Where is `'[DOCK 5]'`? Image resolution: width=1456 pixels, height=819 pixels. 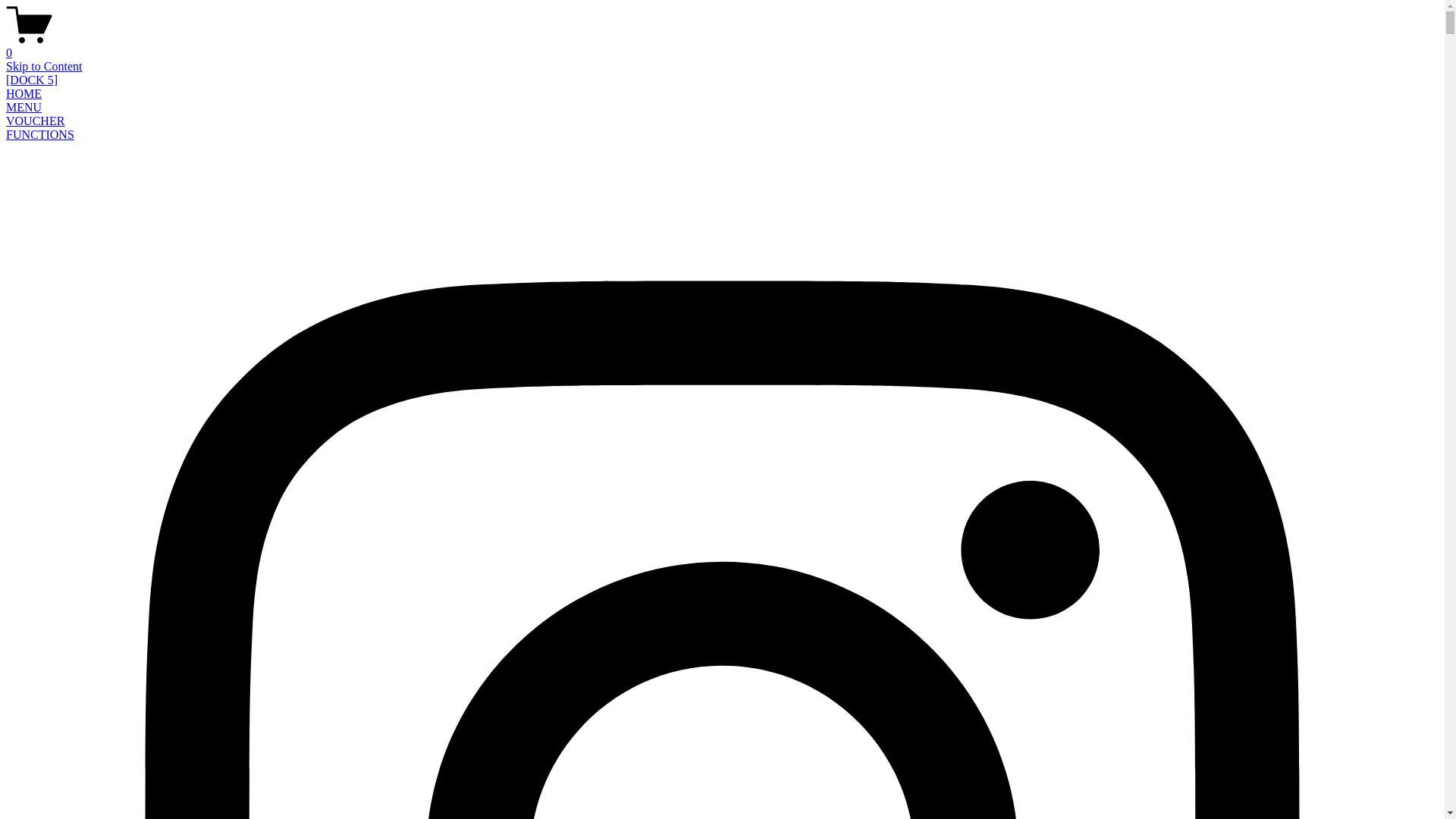
'[DOCK 5]' is located at coordinates (32, 80).